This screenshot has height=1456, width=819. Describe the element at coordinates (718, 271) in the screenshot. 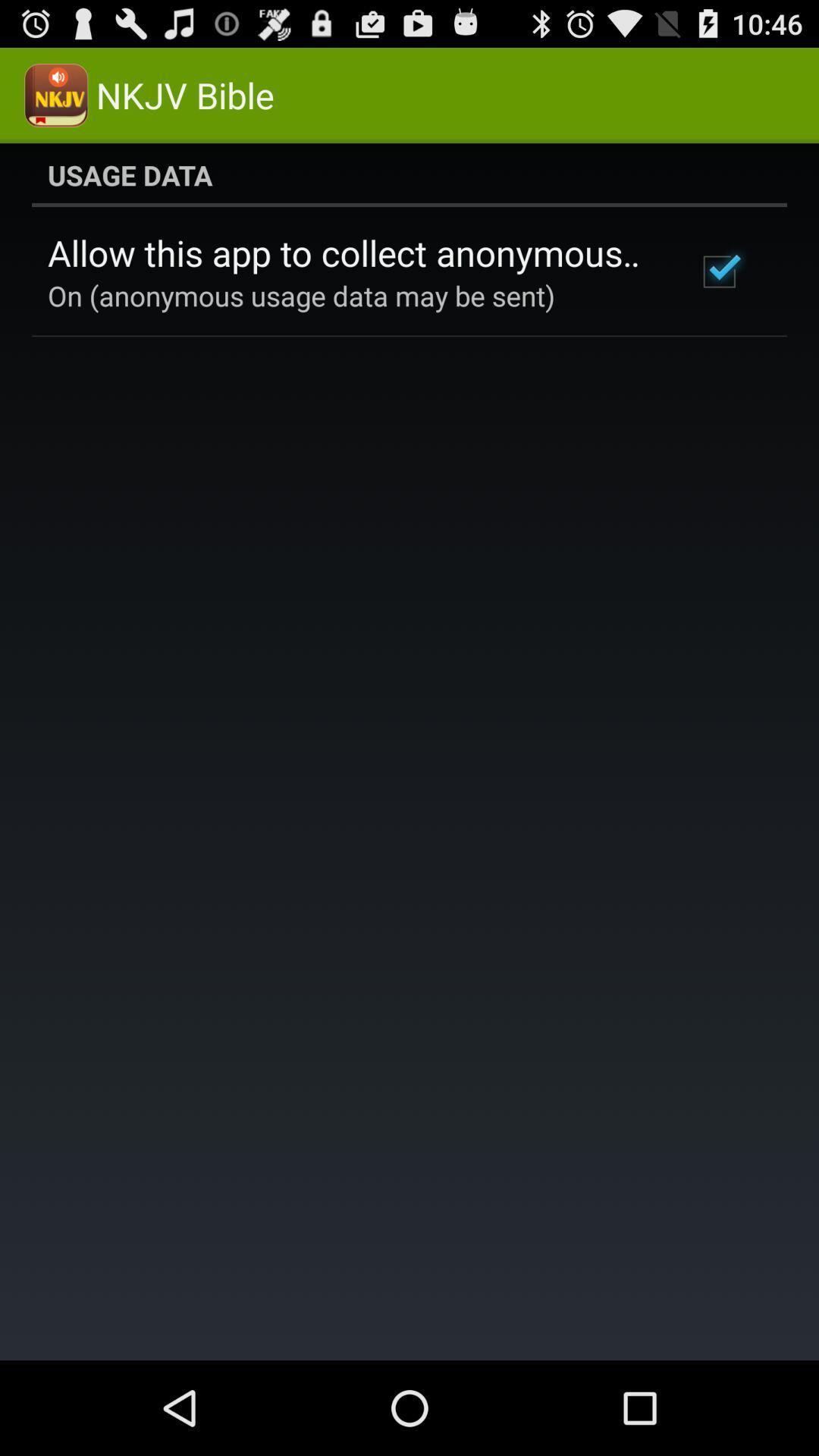

I see `item to the right of the allow this app` at that location.